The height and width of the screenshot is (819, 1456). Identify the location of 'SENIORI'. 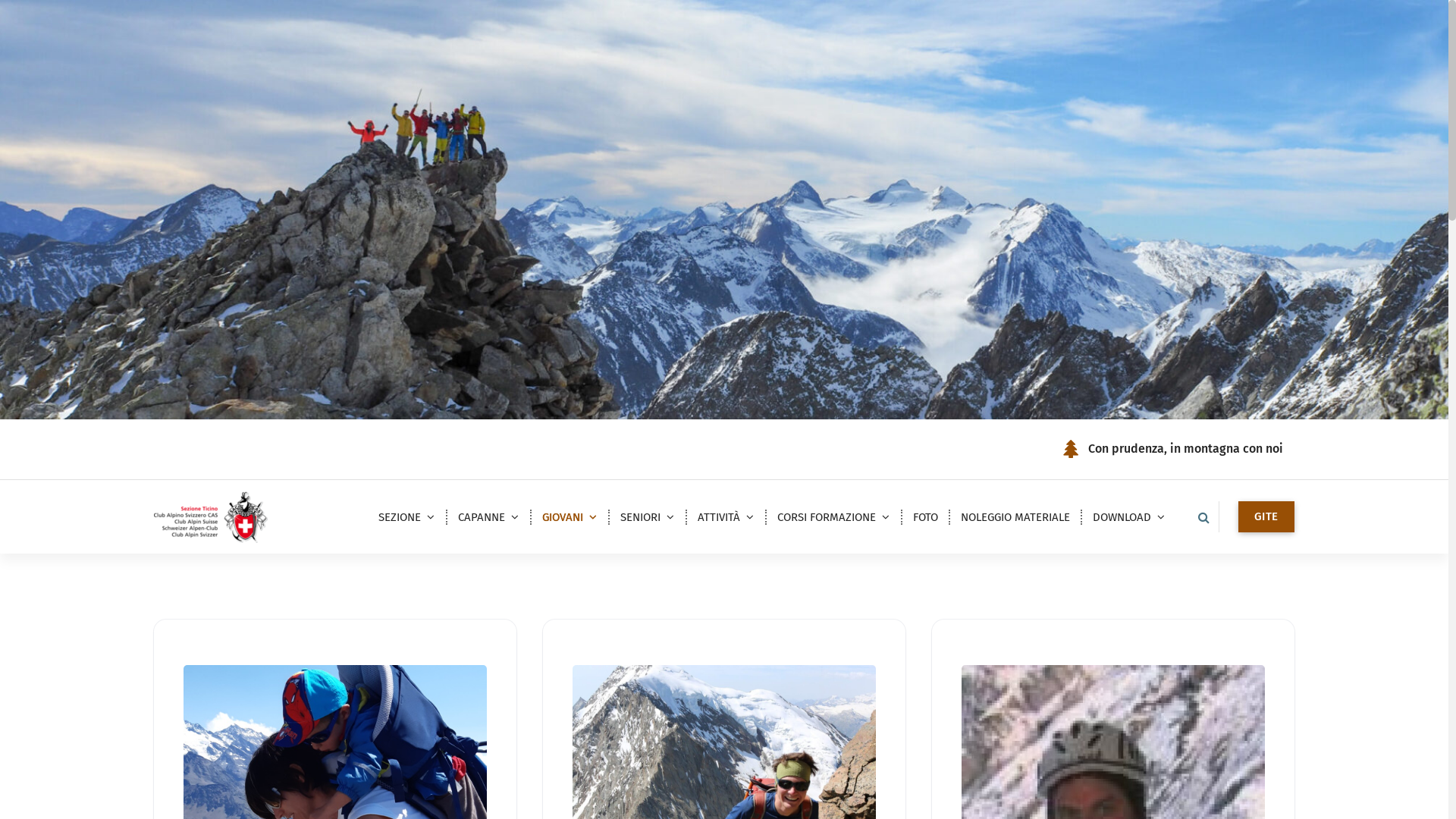
(607, 516).